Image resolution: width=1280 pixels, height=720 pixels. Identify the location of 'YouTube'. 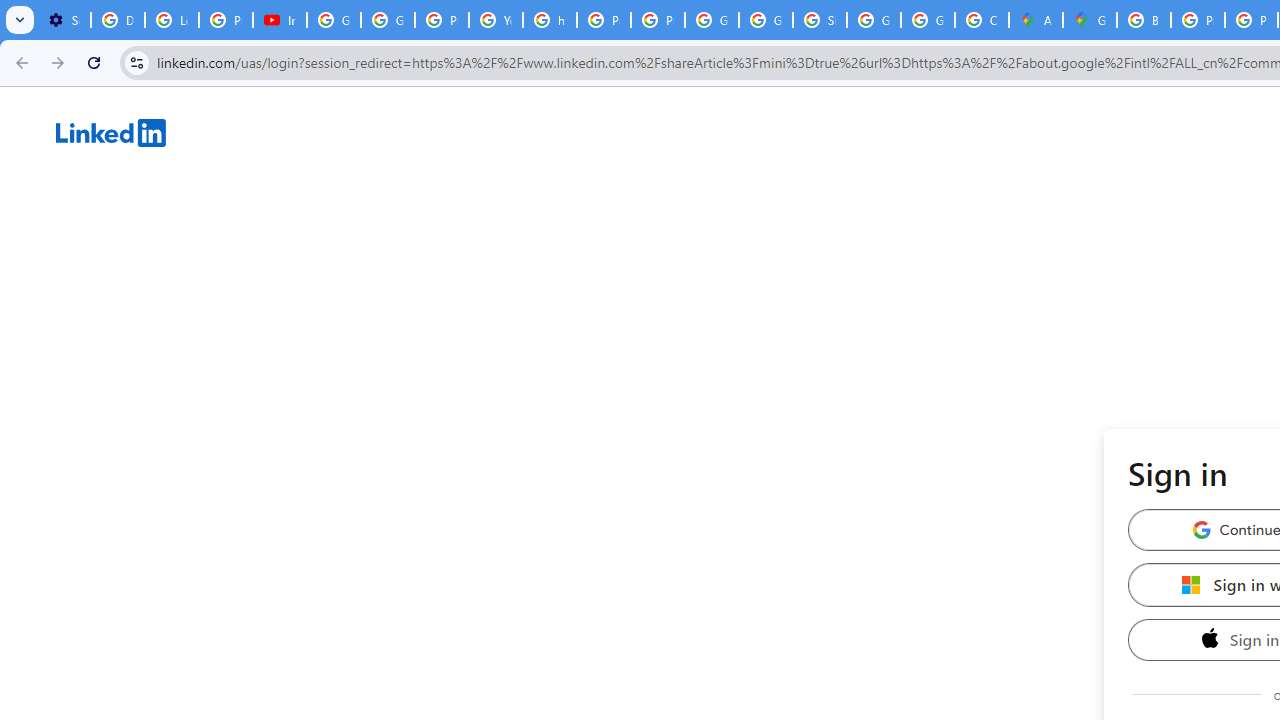
(496, 20).